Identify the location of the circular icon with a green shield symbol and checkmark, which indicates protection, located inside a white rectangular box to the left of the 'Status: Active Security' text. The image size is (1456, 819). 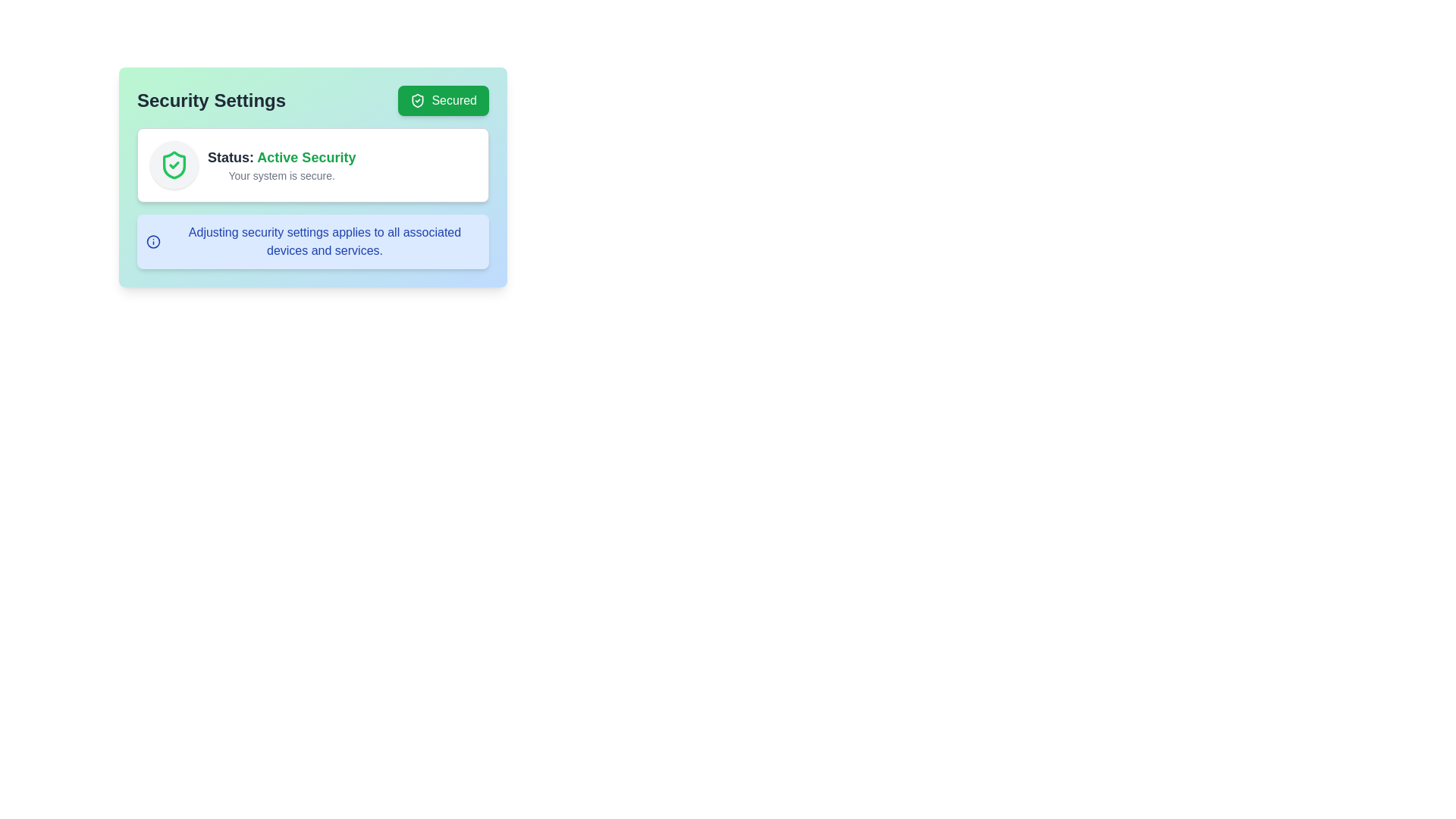
(174, 165).